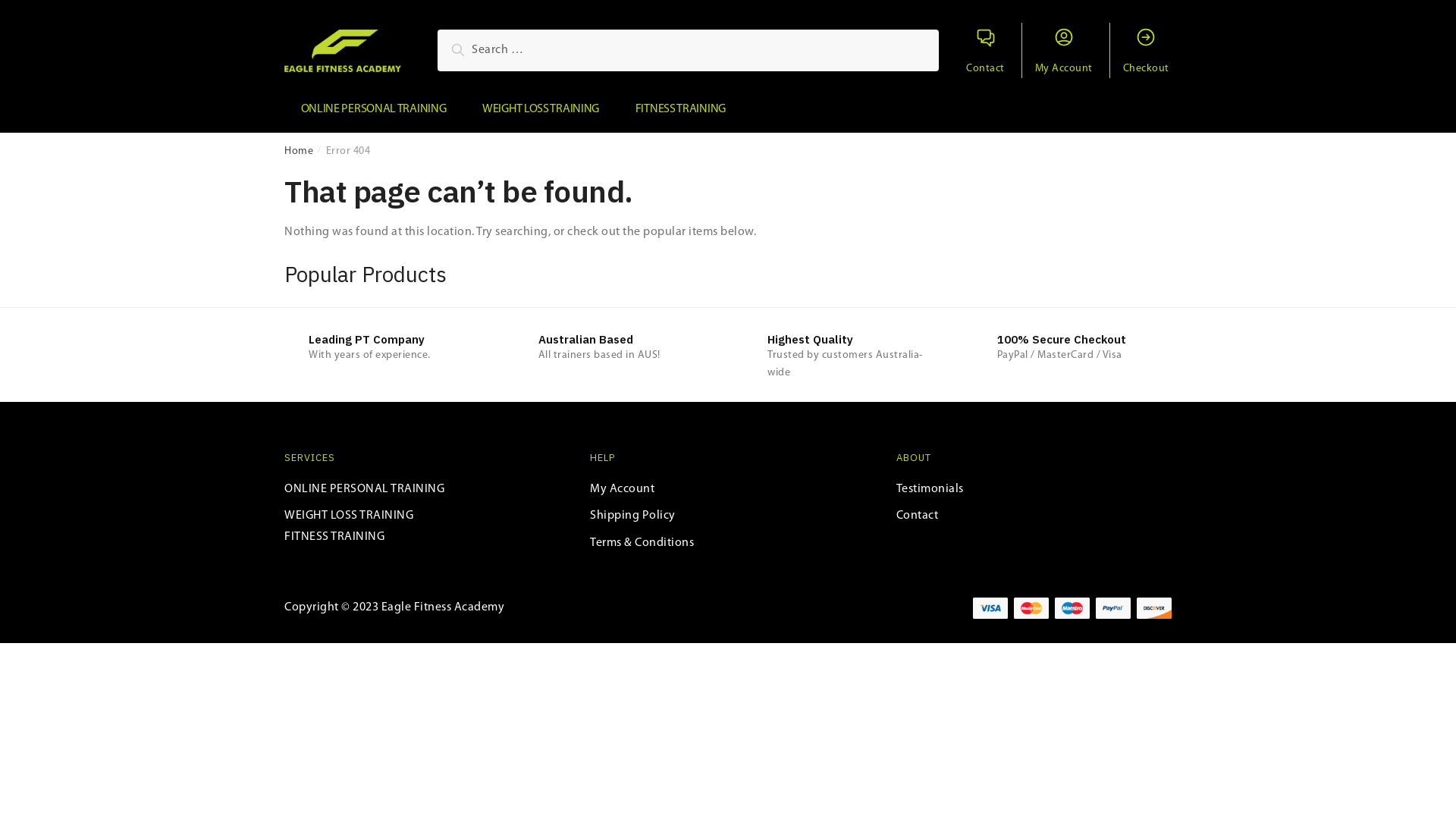  Describe the element at coordinates (642, 542) in the screenshot. I see `'Terms & Conditions'` at that location.